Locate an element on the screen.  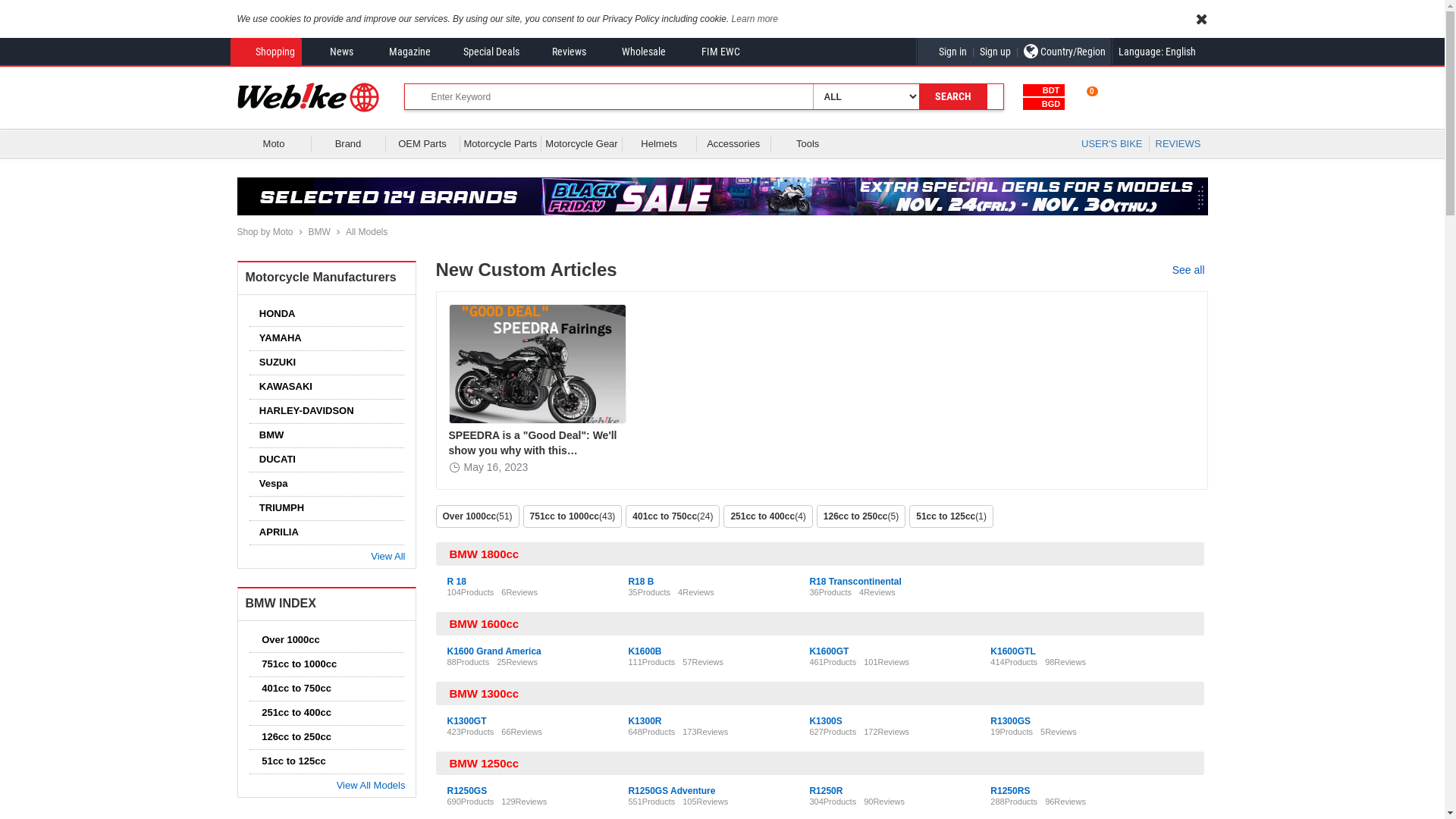
'R1250GS' is located at coordinates (466, 789).